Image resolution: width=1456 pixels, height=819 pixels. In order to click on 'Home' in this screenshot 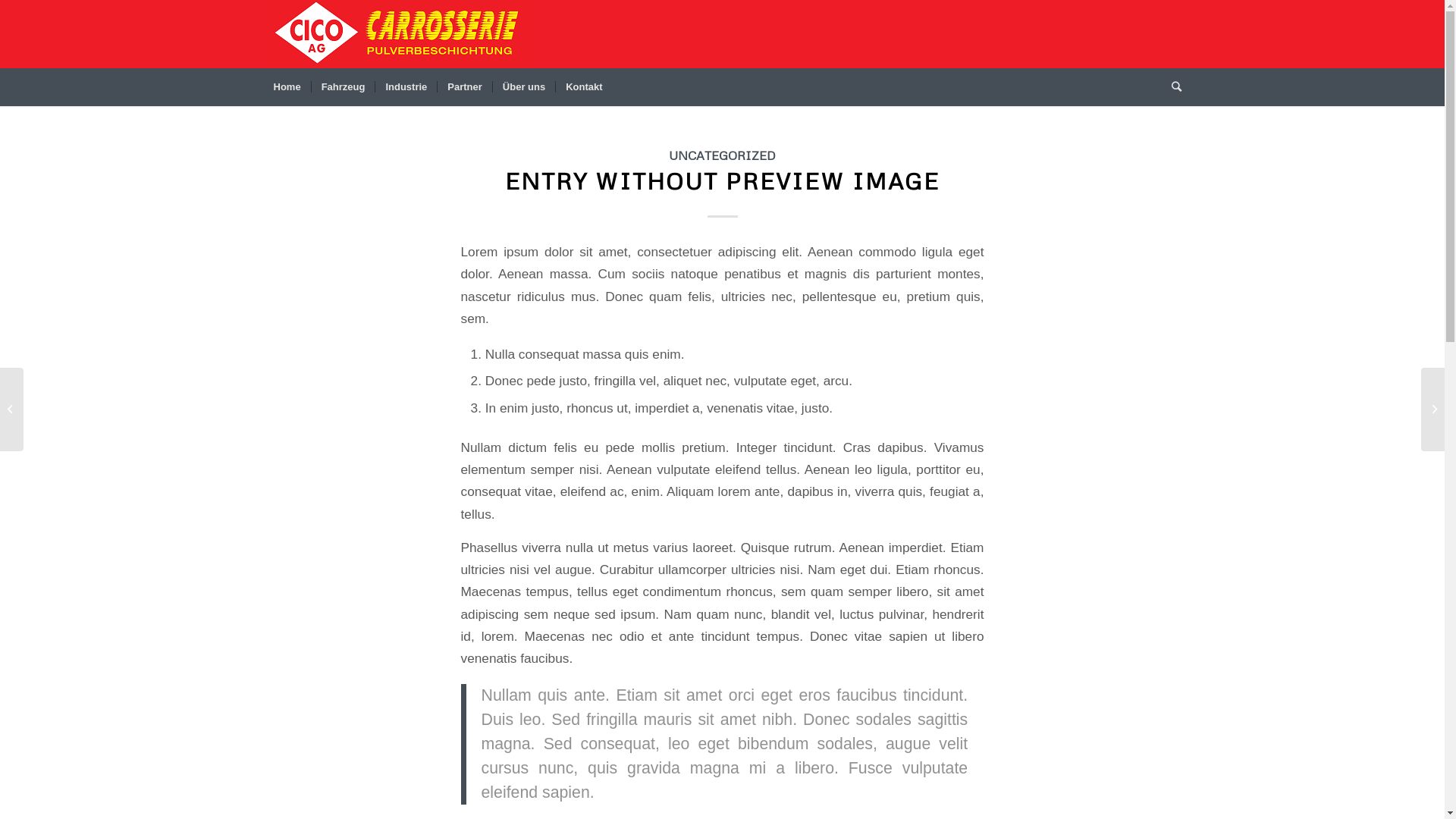, I will do `click(263, 87)`.